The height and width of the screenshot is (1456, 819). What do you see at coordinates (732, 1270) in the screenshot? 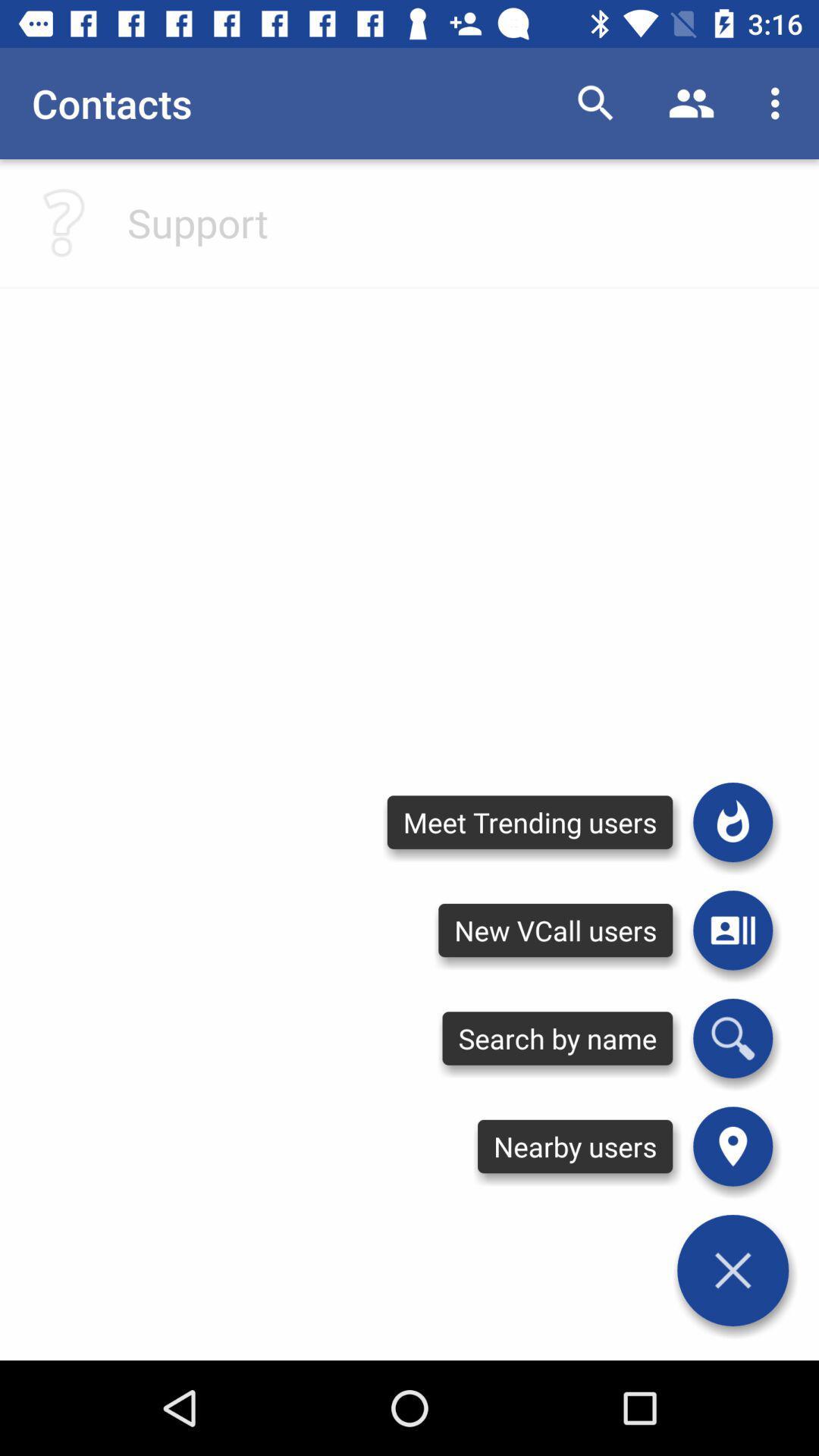
I see `the close icon` at bounding box center [732, 1270].